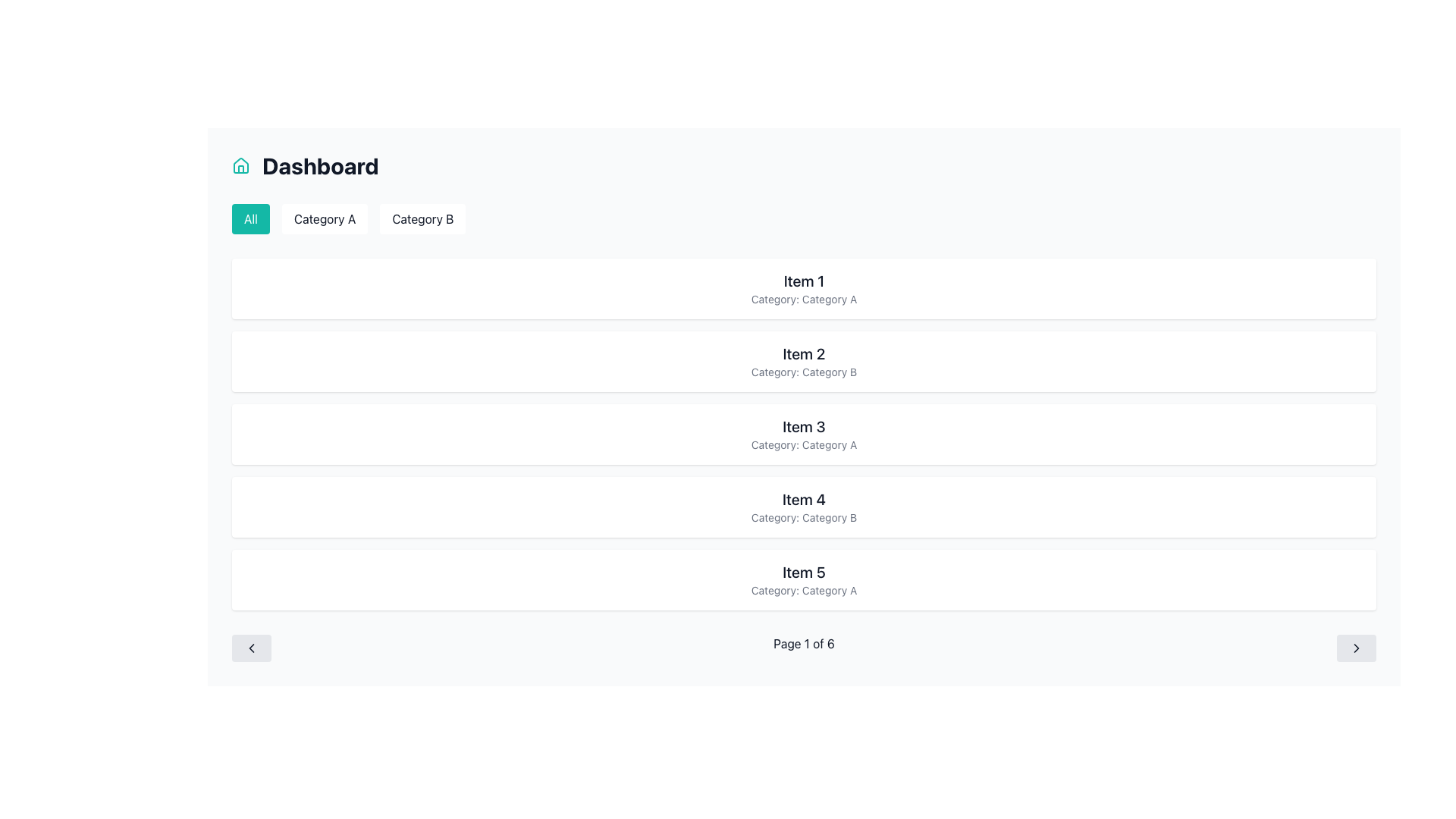 The width and height of the screenshot is (1456, 819). Describe the element at coordinates (803, 435) in the screenshot. I see `text on the Information Card titled 'Item 3' with the subtitle 'Category: Category A', which is the third card in a vertically stacked list of five cards` at that location.